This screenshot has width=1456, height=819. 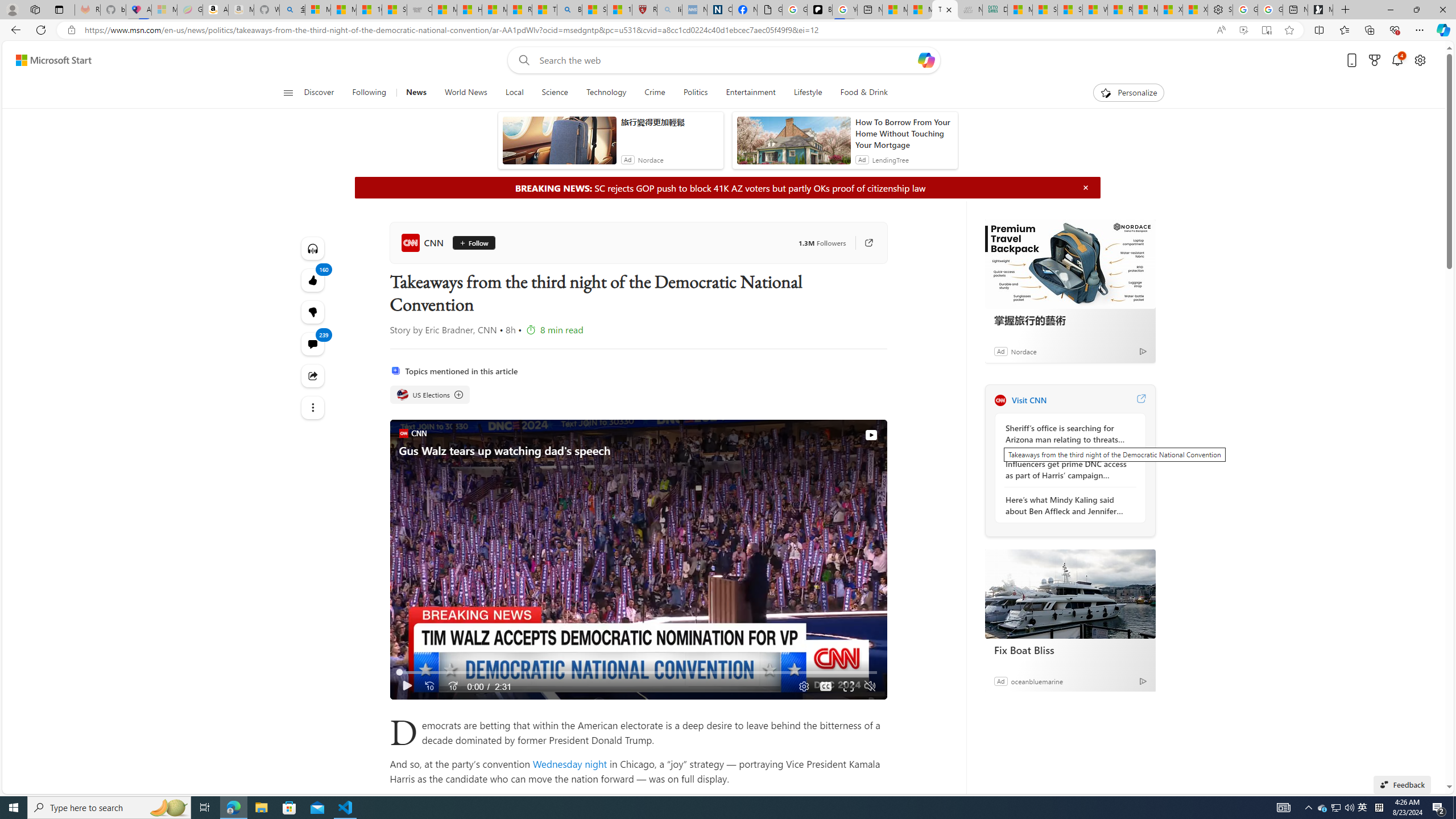 I want to click on 'Enter Immersive Reader (F9)', so click(x=1266, y=30).